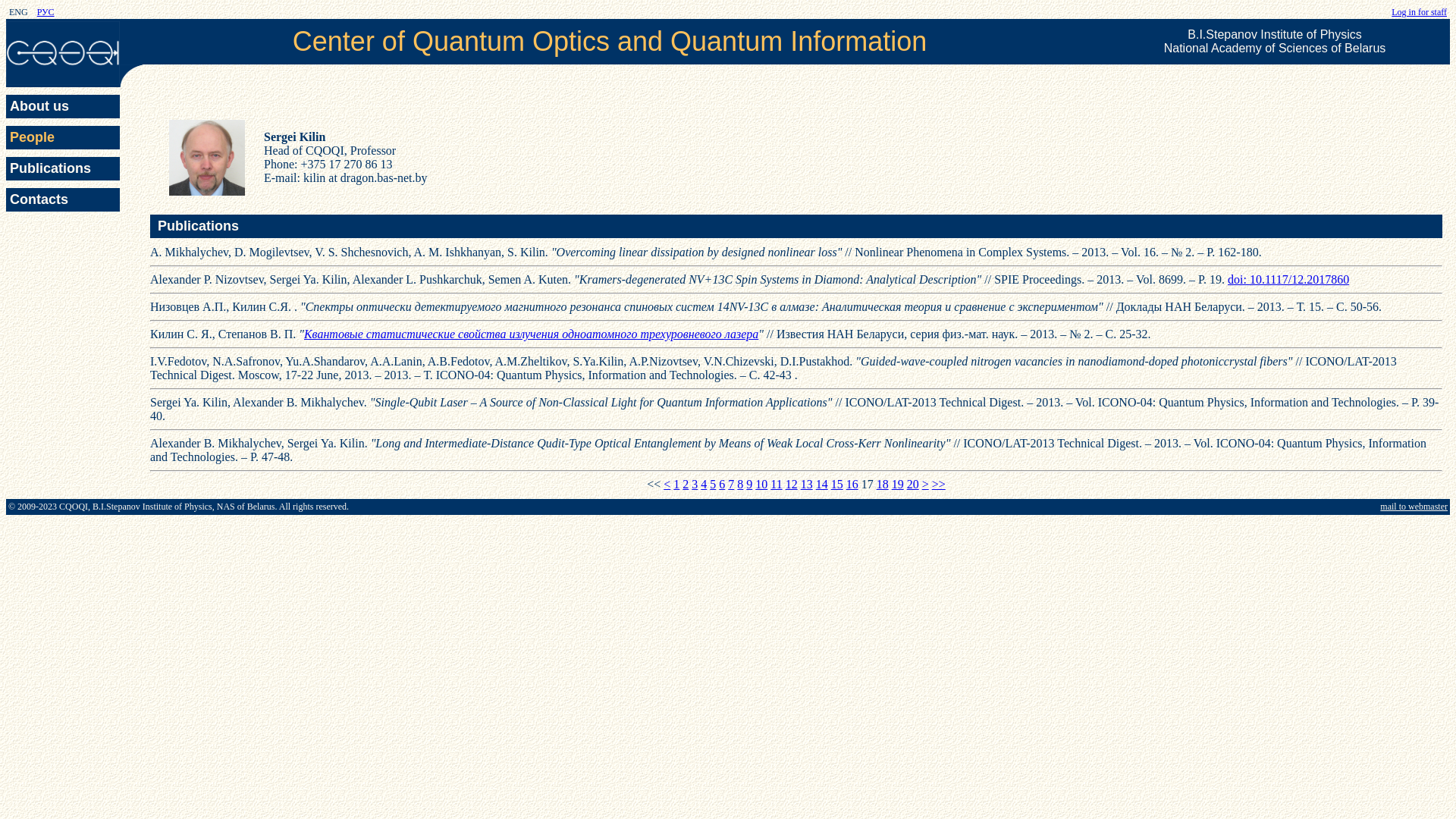  I want to click on '19', so click(892, 484).